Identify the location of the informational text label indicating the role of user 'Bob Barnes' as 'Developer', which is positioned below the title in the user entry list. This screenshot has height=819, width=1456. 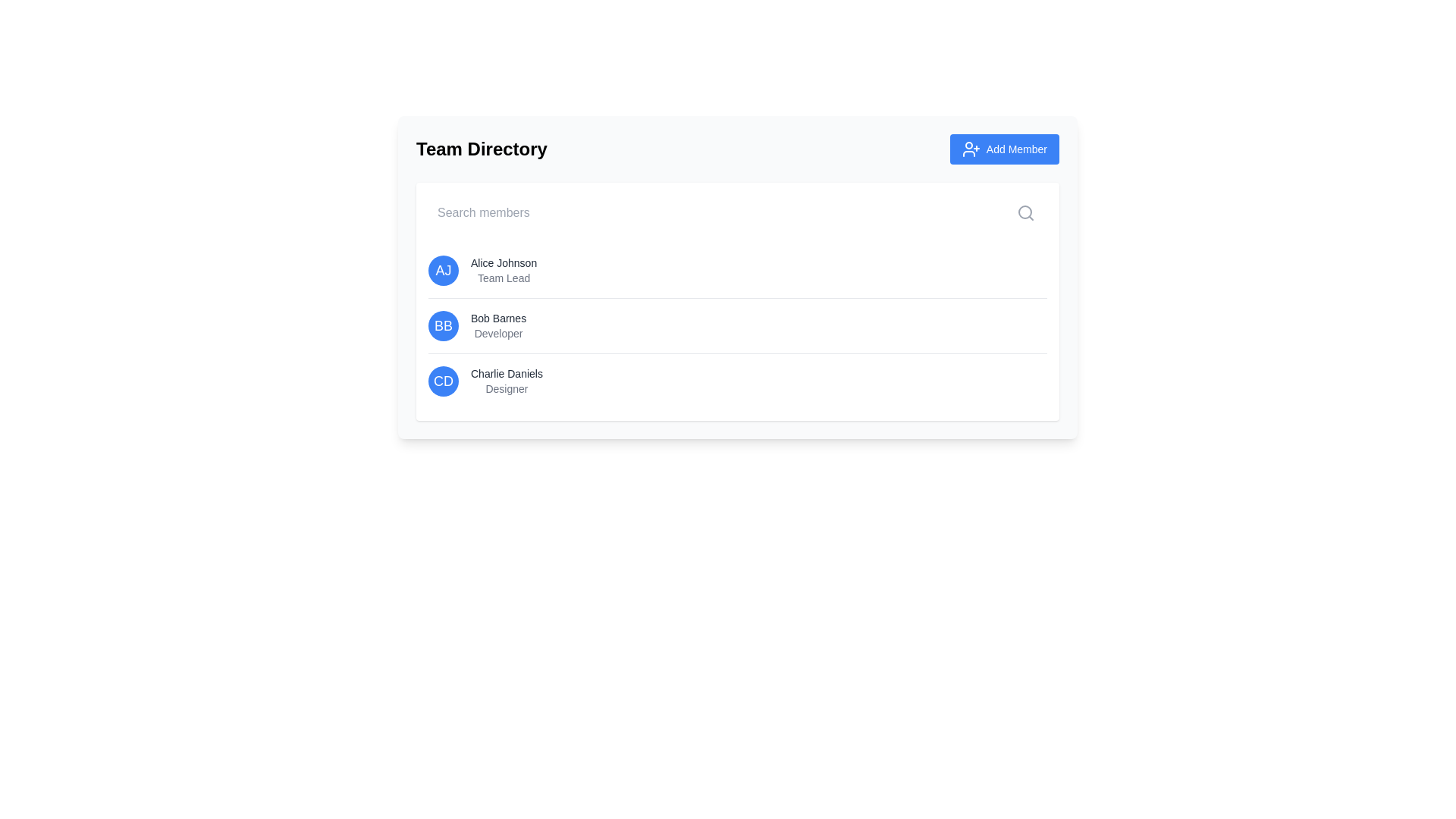
(498, 332).